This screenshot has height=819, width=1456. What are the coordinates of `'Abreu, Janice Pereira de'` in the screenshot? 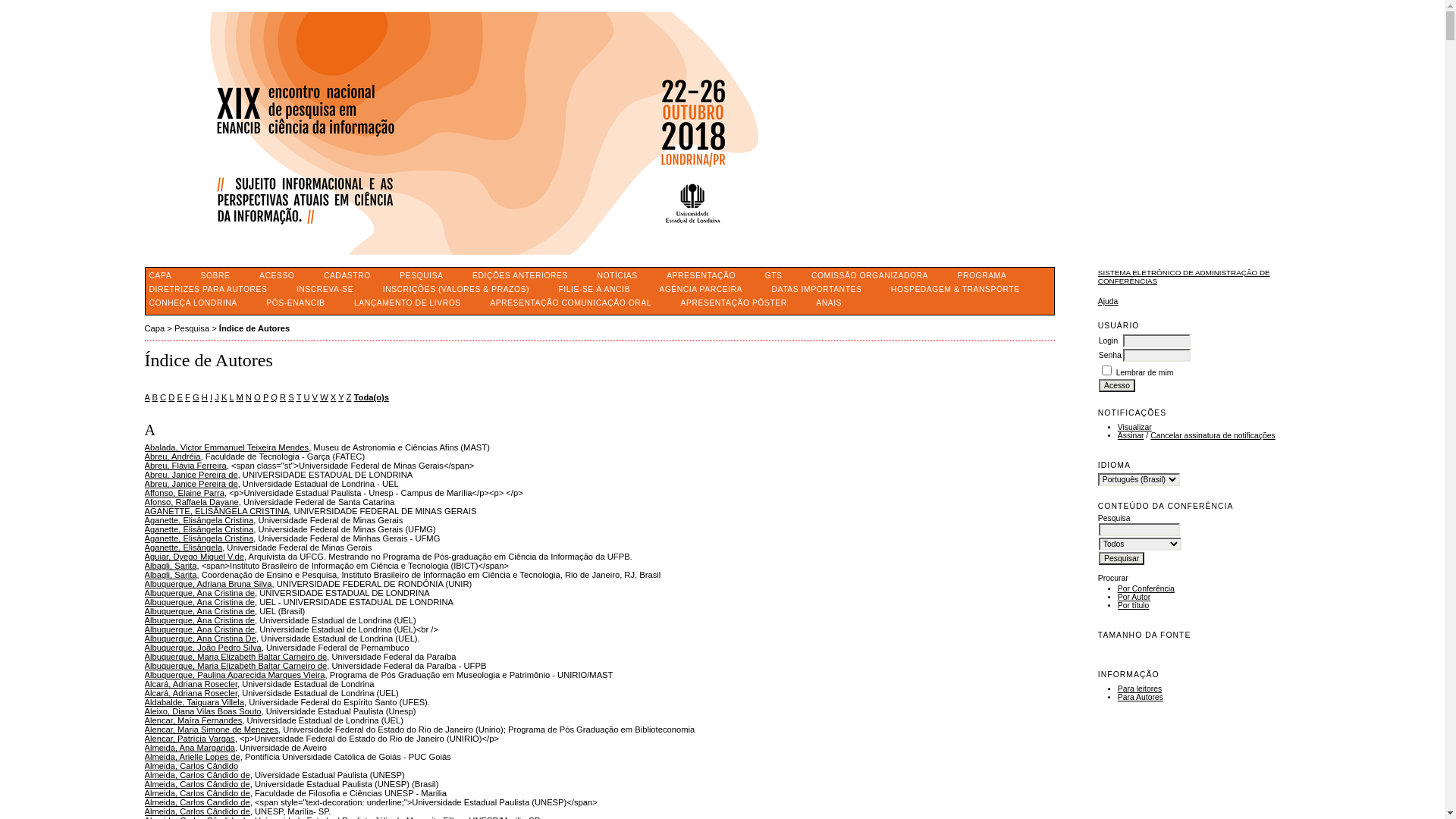 It's located at (190, 473).